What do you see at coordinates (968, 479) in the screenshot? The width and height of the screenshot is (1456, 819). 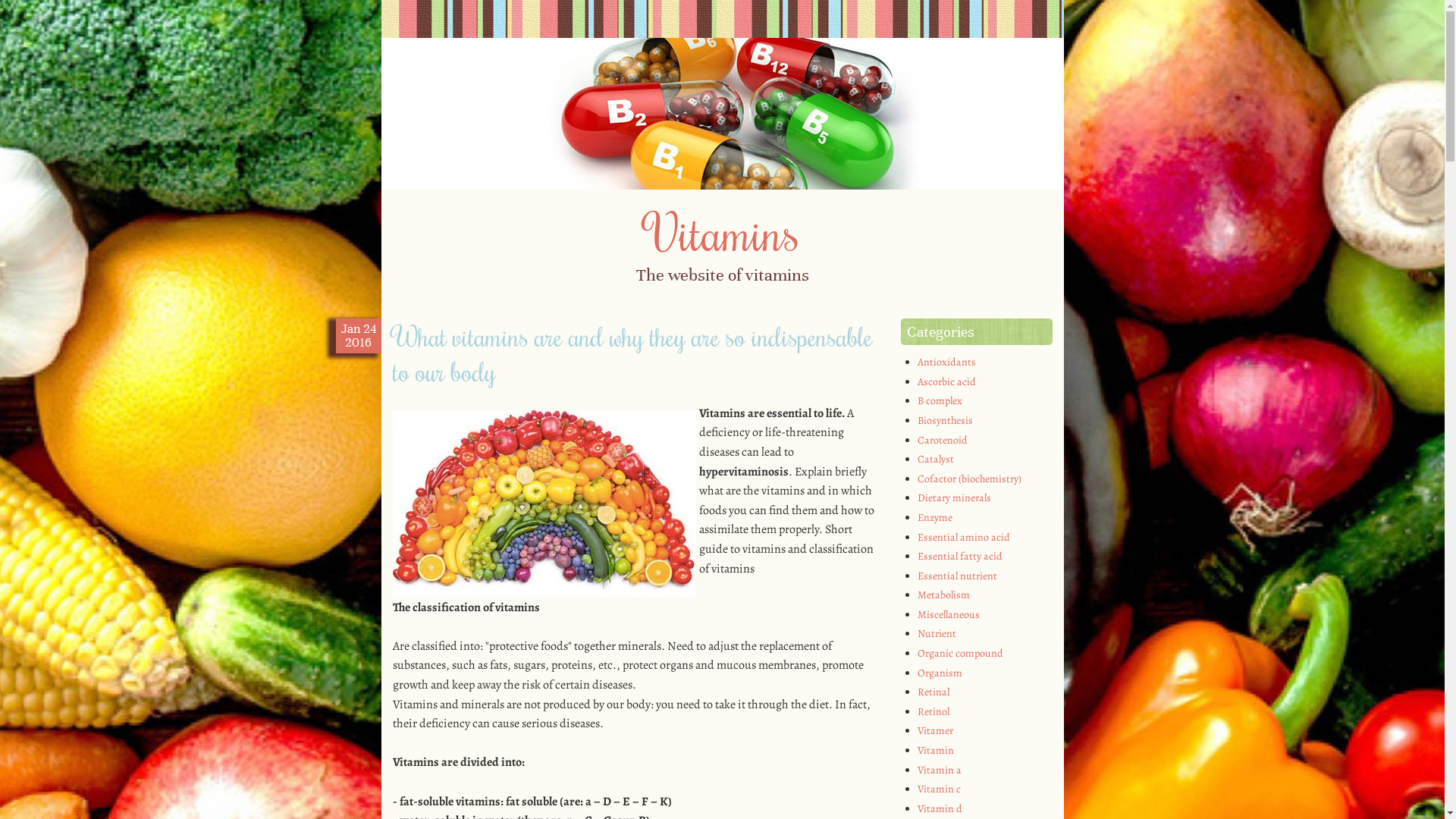 I see `'Cofactor (biochemistry)'` at bounding box center [968, 479].